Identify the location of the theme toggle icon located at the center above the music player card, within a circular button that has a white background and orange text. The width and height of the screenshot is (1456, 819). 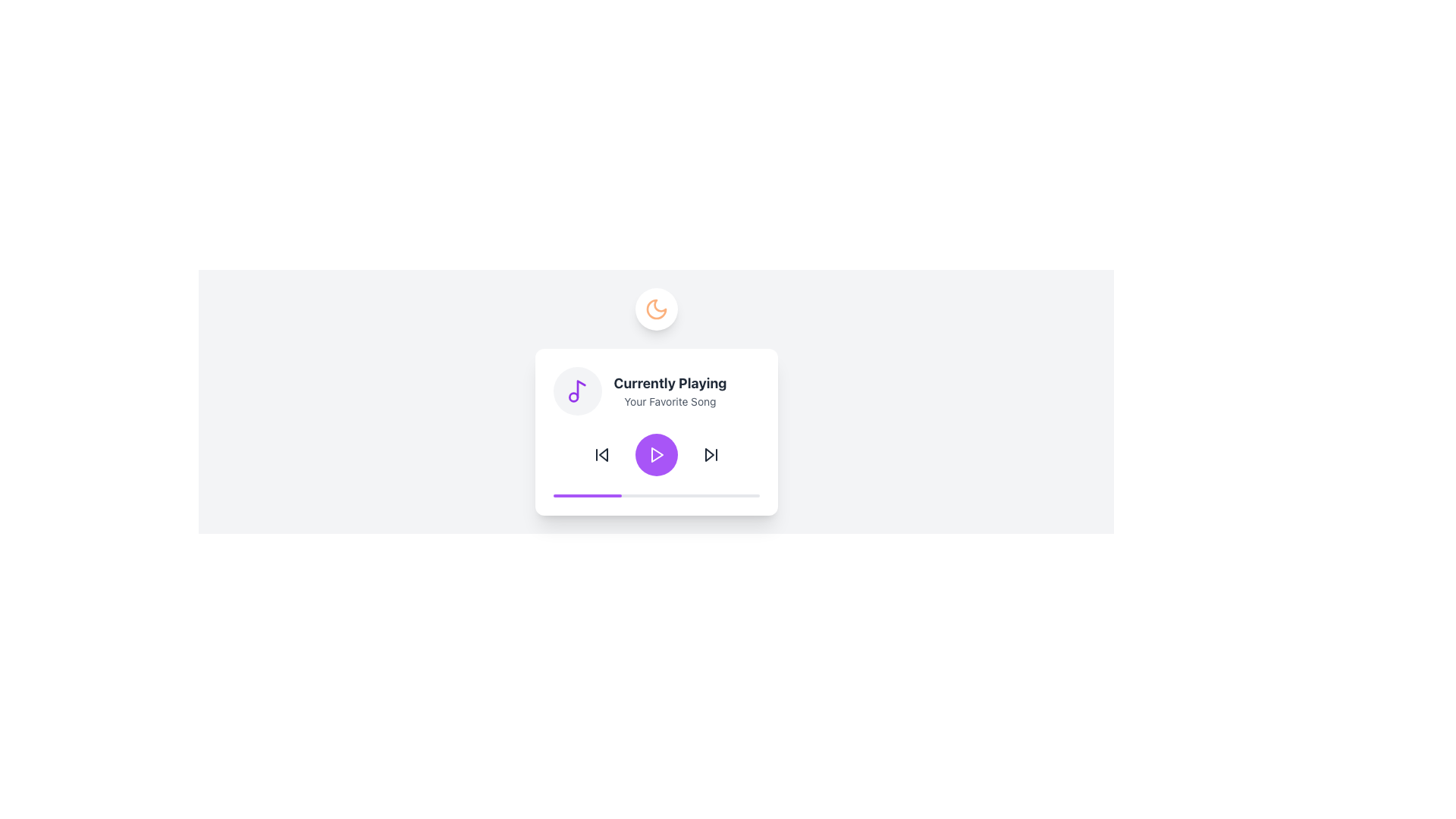
(656, 309).